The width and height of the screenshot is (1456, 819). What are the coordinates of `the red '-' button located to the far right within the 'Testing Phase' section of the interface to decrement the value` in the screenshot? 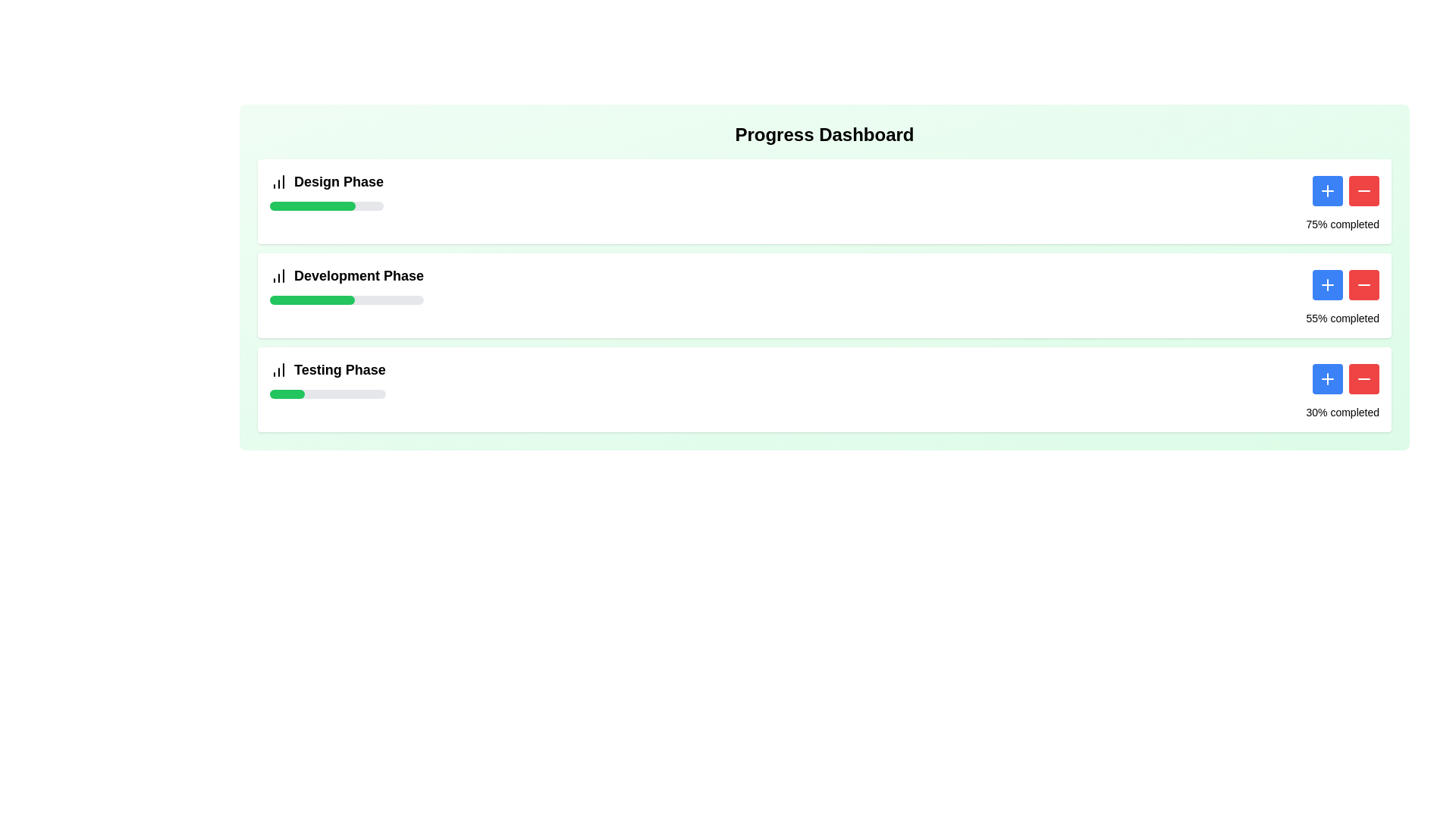 It's located at (1346, 378).